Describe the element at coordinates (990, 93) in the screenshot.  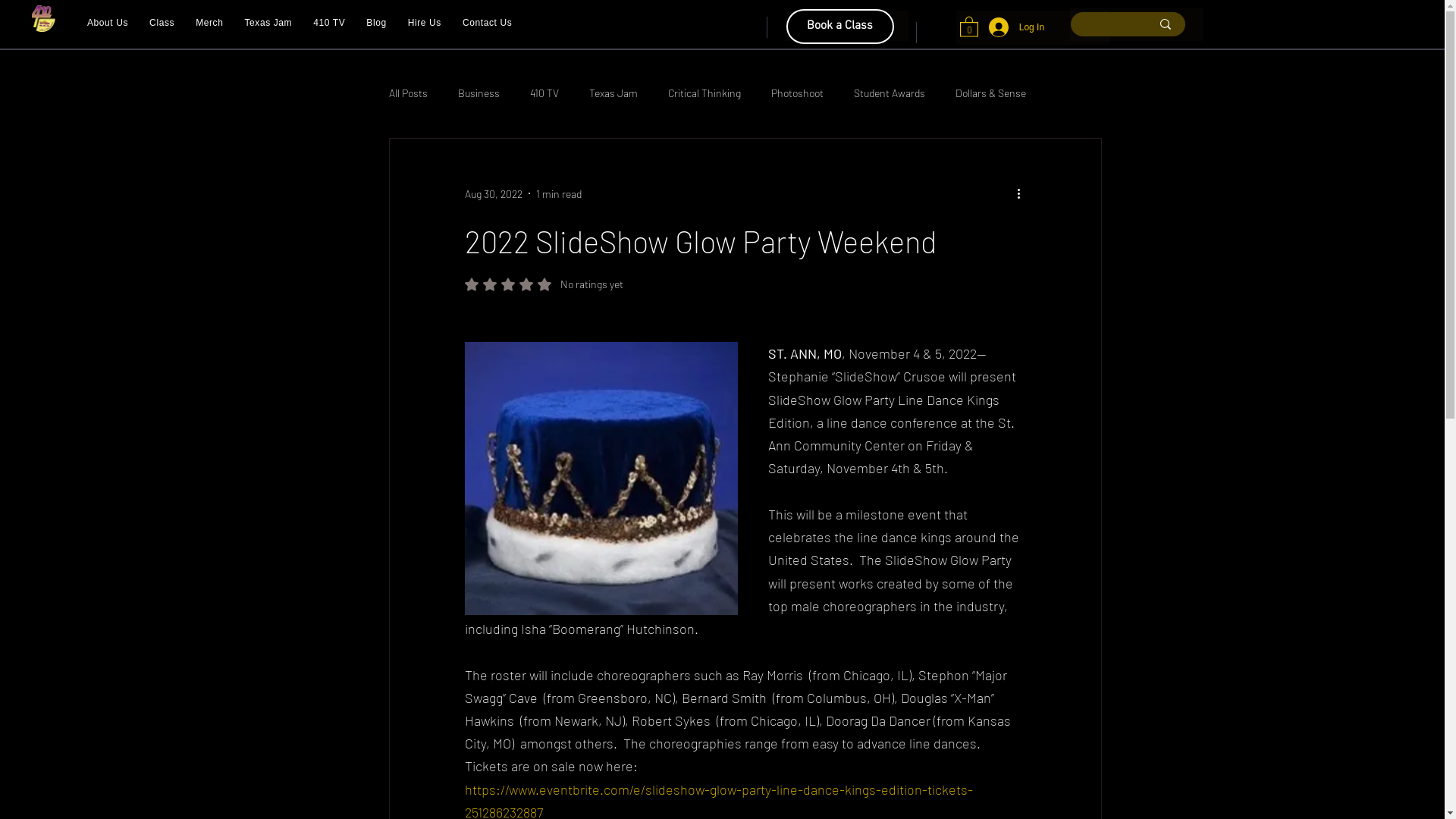
I see `'Dollars & Sense'` at that location.